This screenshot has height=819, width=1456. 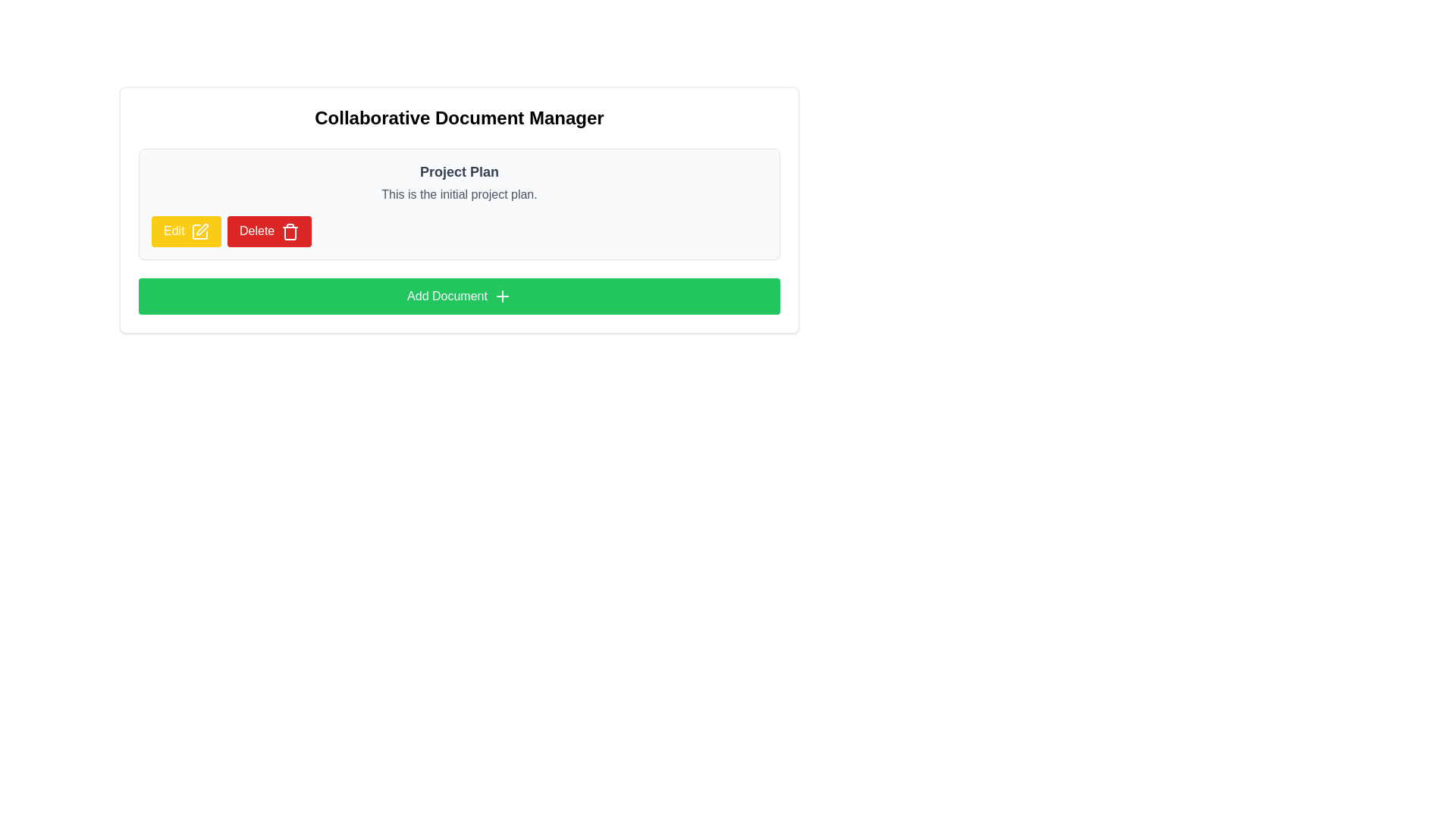 I want to click on the pen icon representing the edit functionality located within the 'Edit' button, positioned to the left of the 'Delete' button's trash bin icon, below the 'Project Plan' title, so click(x=202, y=229).